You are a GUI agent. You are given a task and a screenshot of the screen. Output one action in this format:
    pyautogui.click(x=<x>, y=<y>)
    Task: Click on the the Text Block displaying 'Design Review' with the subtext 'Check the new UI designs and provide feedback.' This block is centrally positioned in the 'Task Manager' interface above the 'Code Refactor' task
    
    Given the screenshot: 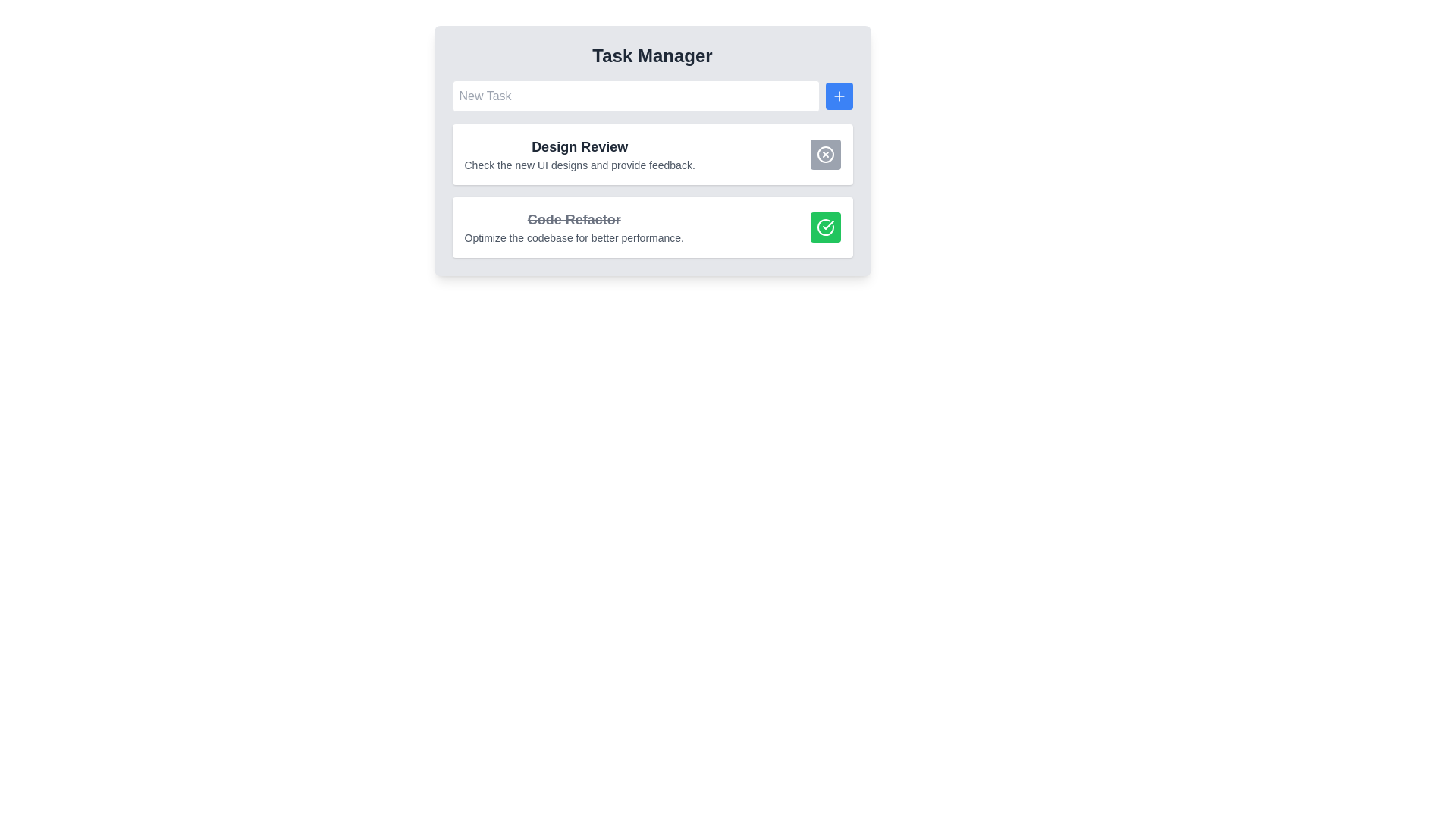 What is the action you would take?
    pyautogui.click(x=579, y=155)
    